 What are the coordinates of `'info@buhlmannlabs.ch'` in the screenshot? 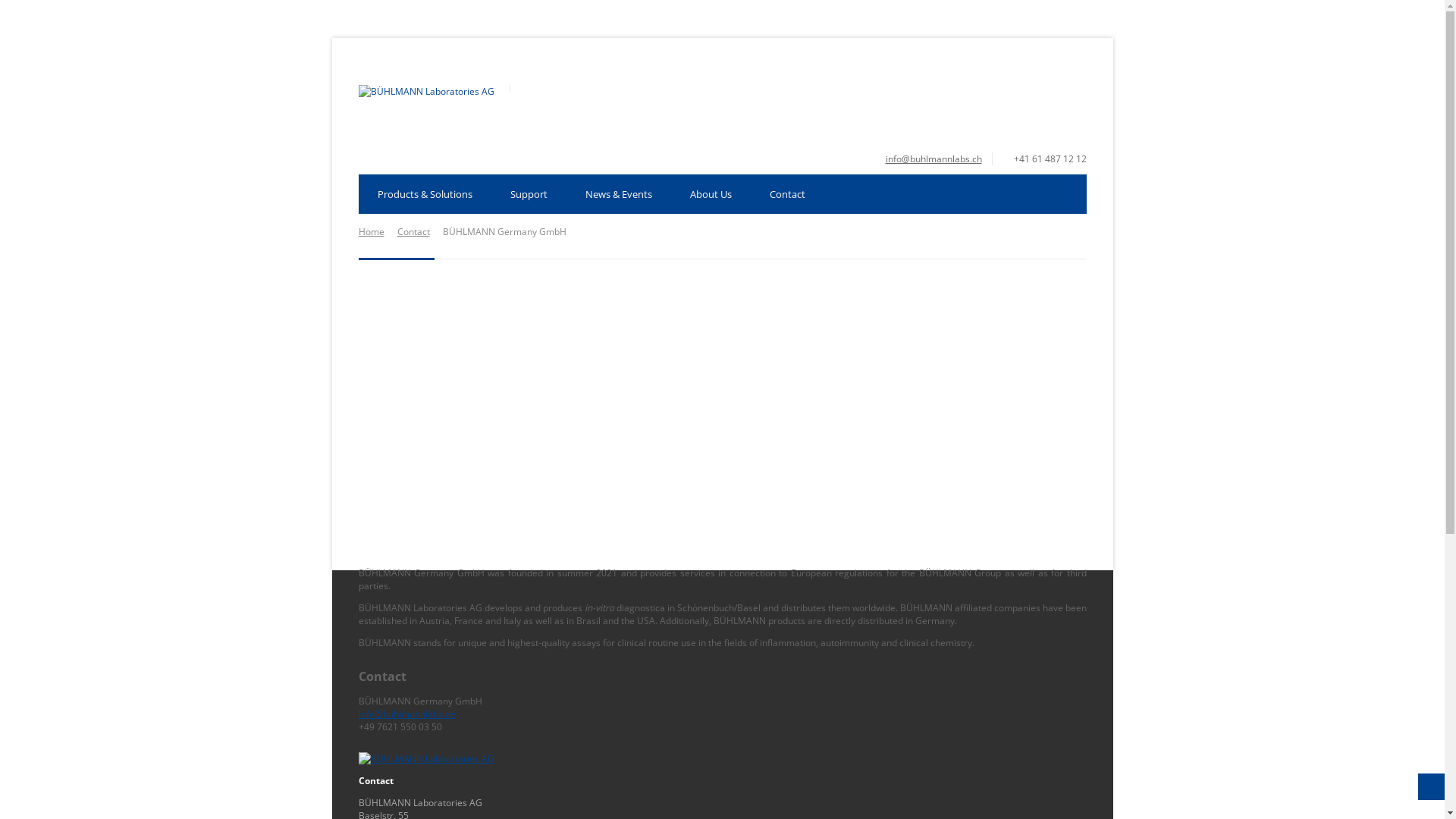 It's located at (933, 158).